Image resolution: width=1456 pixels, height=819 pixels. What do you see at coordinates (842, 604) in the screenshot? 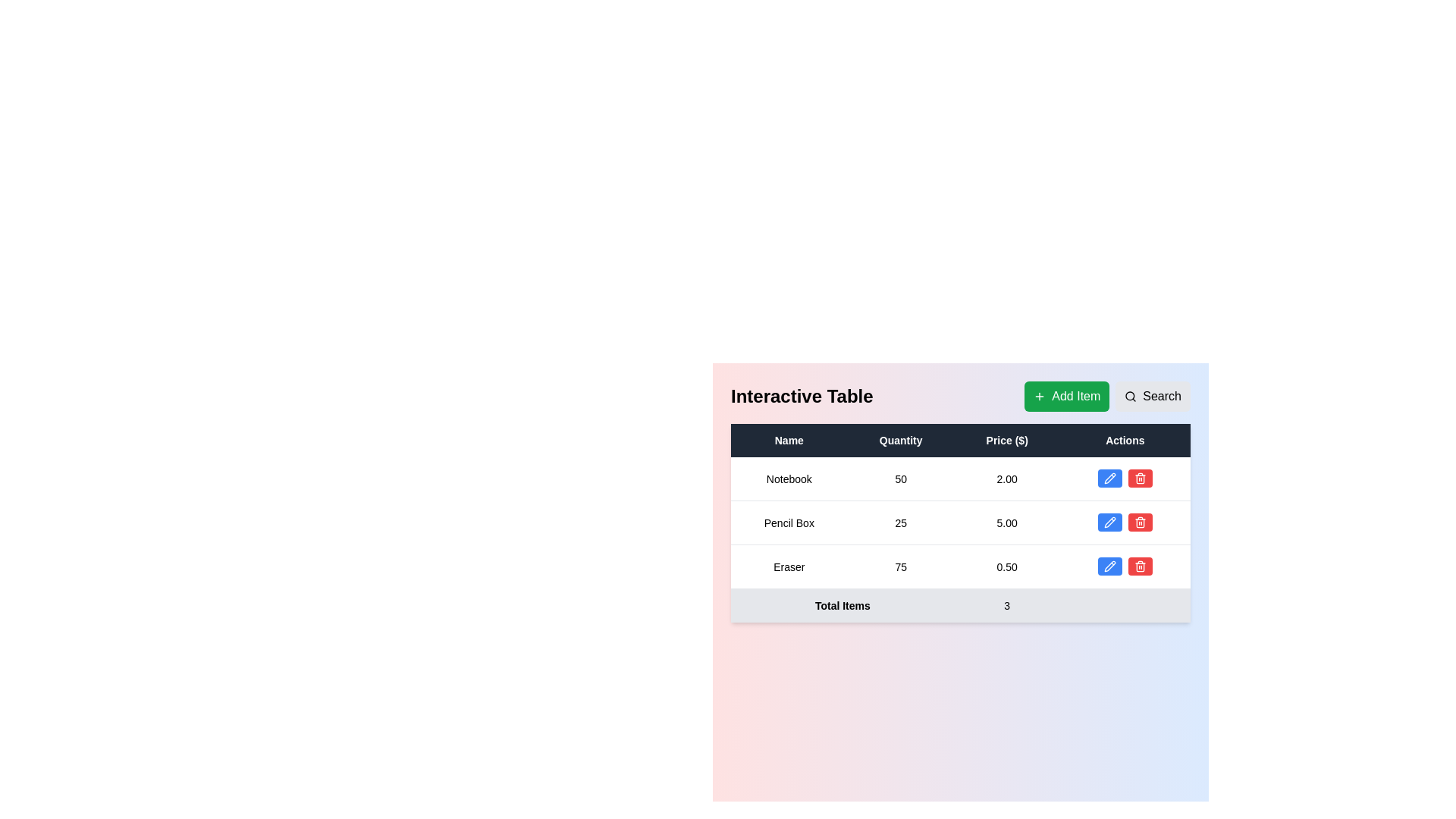
I see `the static text label indicating the total number of items in the table footer, located in the first column of the footer row, below the 'Name' column` at bounding box center [842, 604].